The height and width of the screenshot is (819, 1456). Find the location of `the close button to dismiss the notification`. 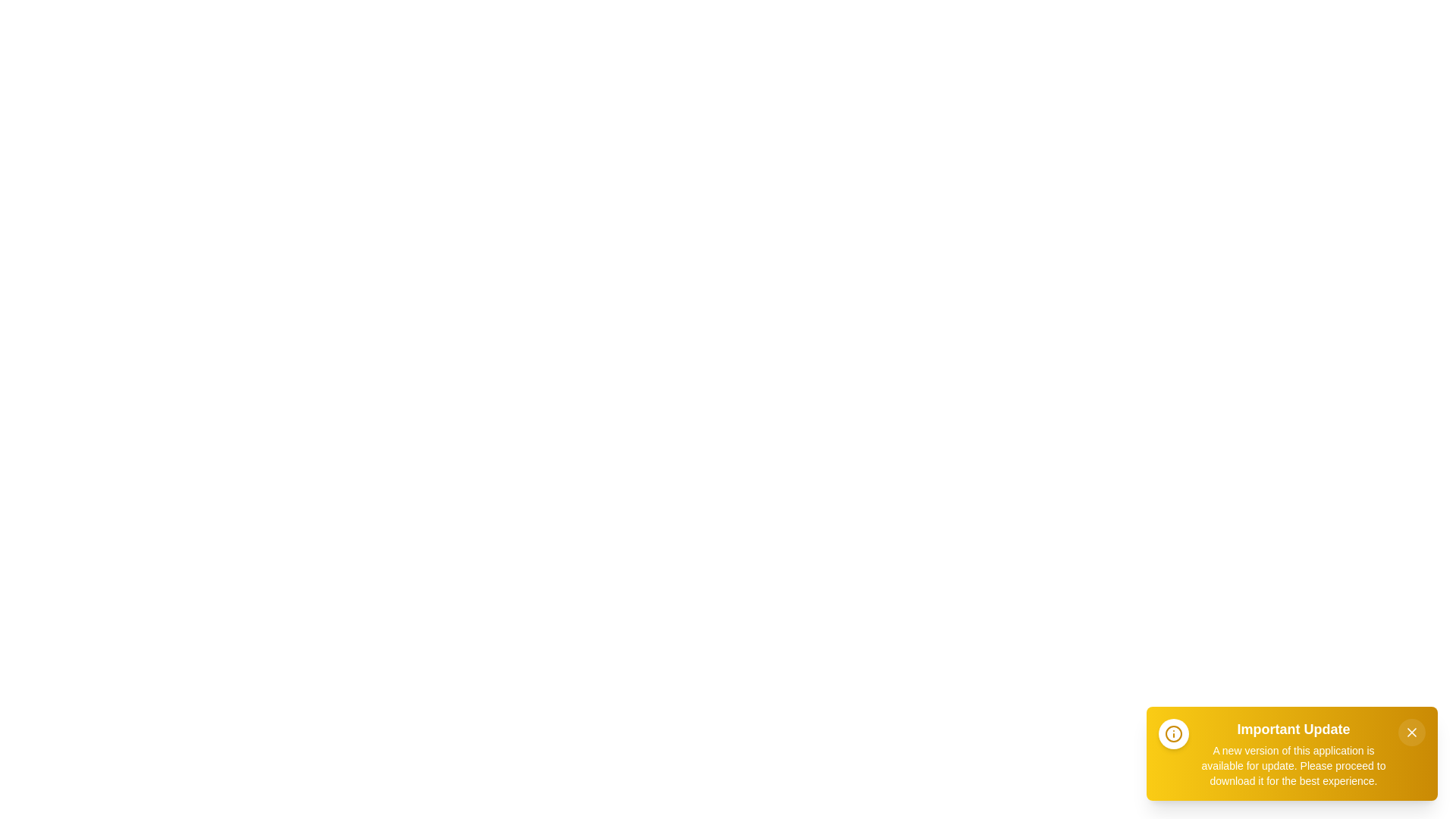

the close button to dismiss the notification is located at coordinates (1411, 731).